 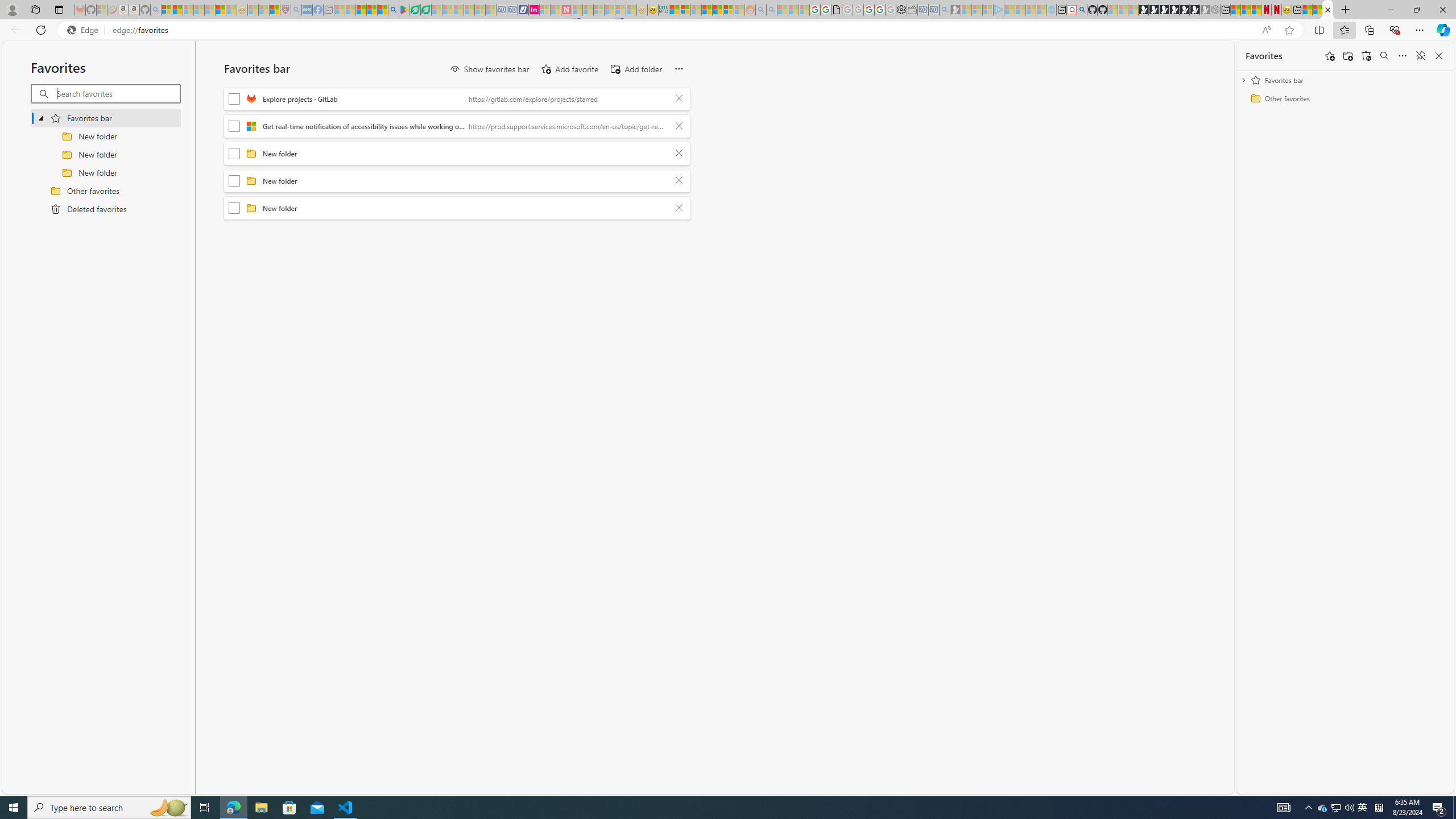 What do you see at coordinates (1327, 9) in the screenshot?
I see `'Close tab'` at bounding box center [1327, 9].